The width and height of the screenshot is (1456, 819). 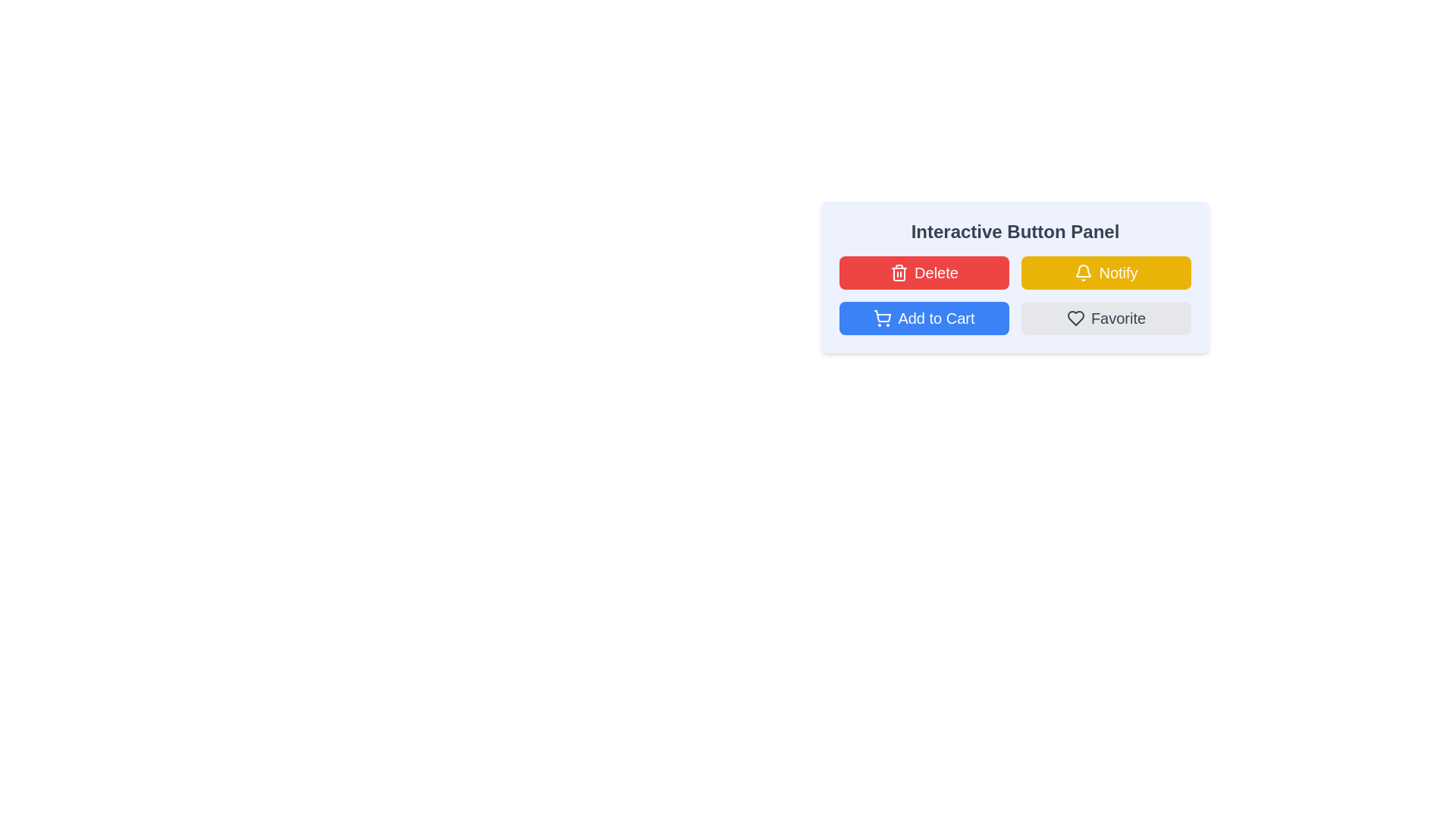 I want to click on the bell icon located within the 'Notify' button in the upper right corner of the button panel, so click(x=1083, y=270).